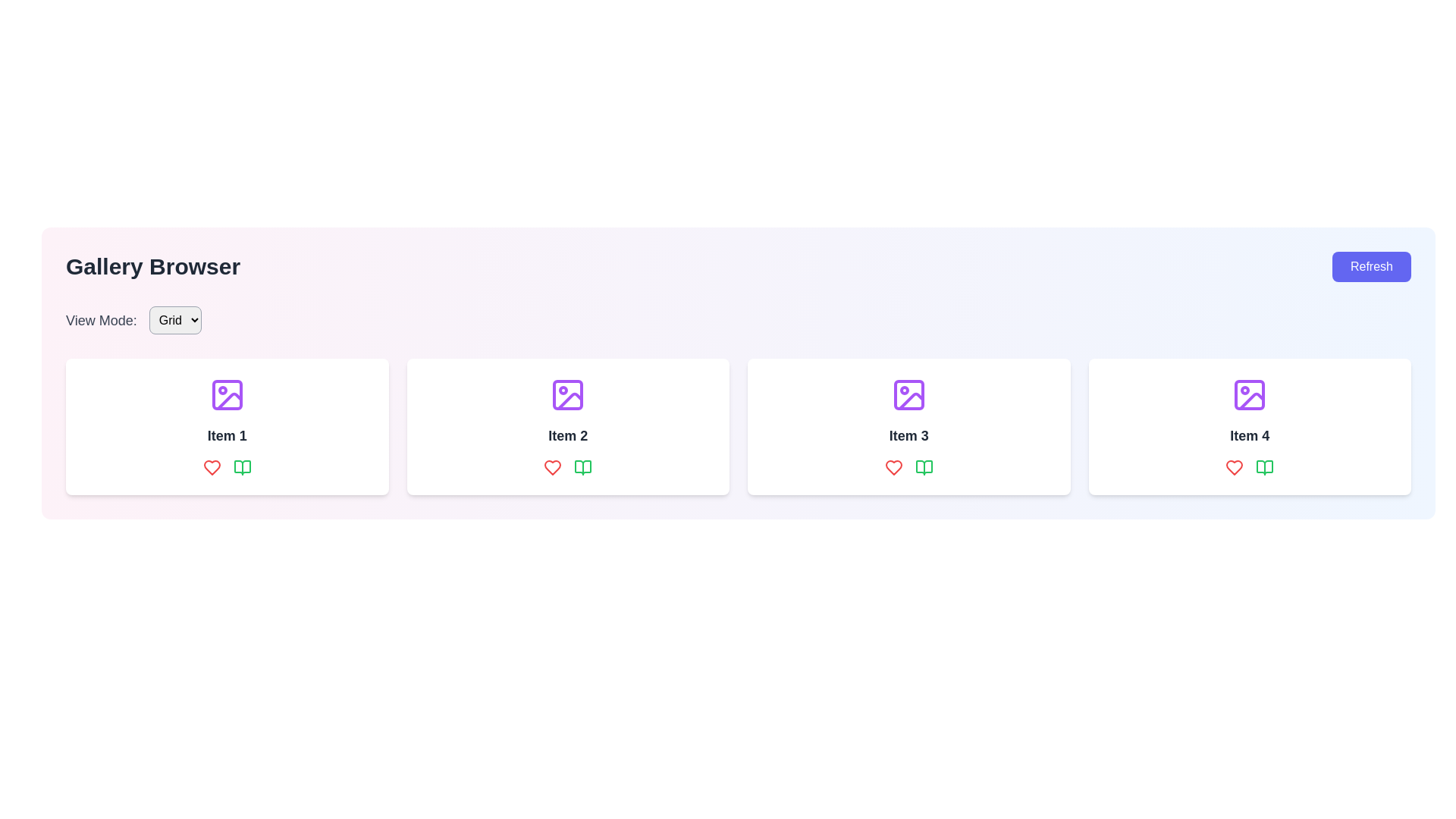 The height and width of the screenshot is (819, 1456). I want to click on the vibrant purple picture frame icon located at the top-left corner of the card labeled 'Item 3', so click(908, 394).